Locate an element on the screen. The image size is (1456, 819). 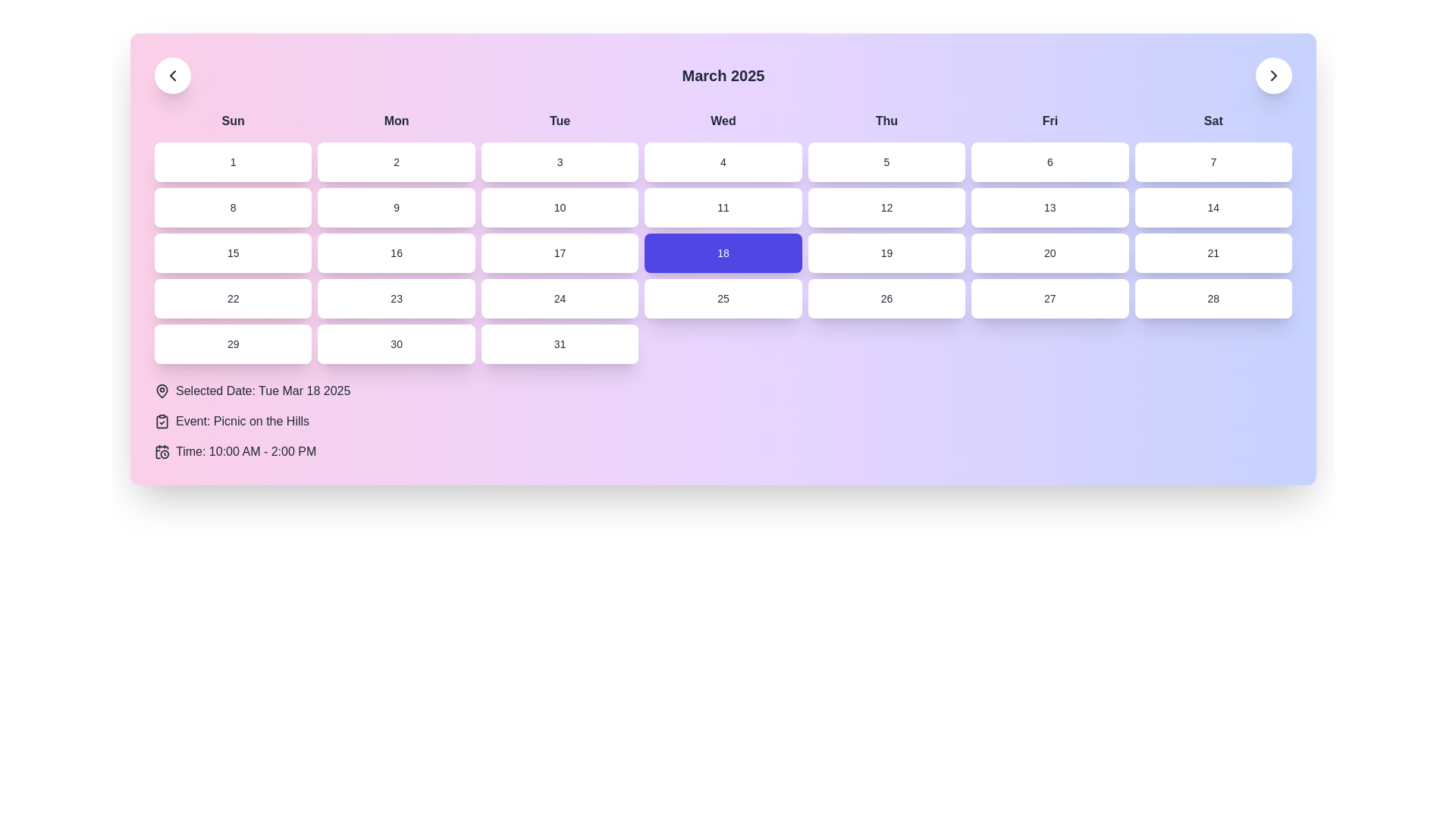
the SVG Circle element representing the 'clock face' in the time indicator icon located at the bottom left corner of the calendar interface is located at coordinates (165, 453).